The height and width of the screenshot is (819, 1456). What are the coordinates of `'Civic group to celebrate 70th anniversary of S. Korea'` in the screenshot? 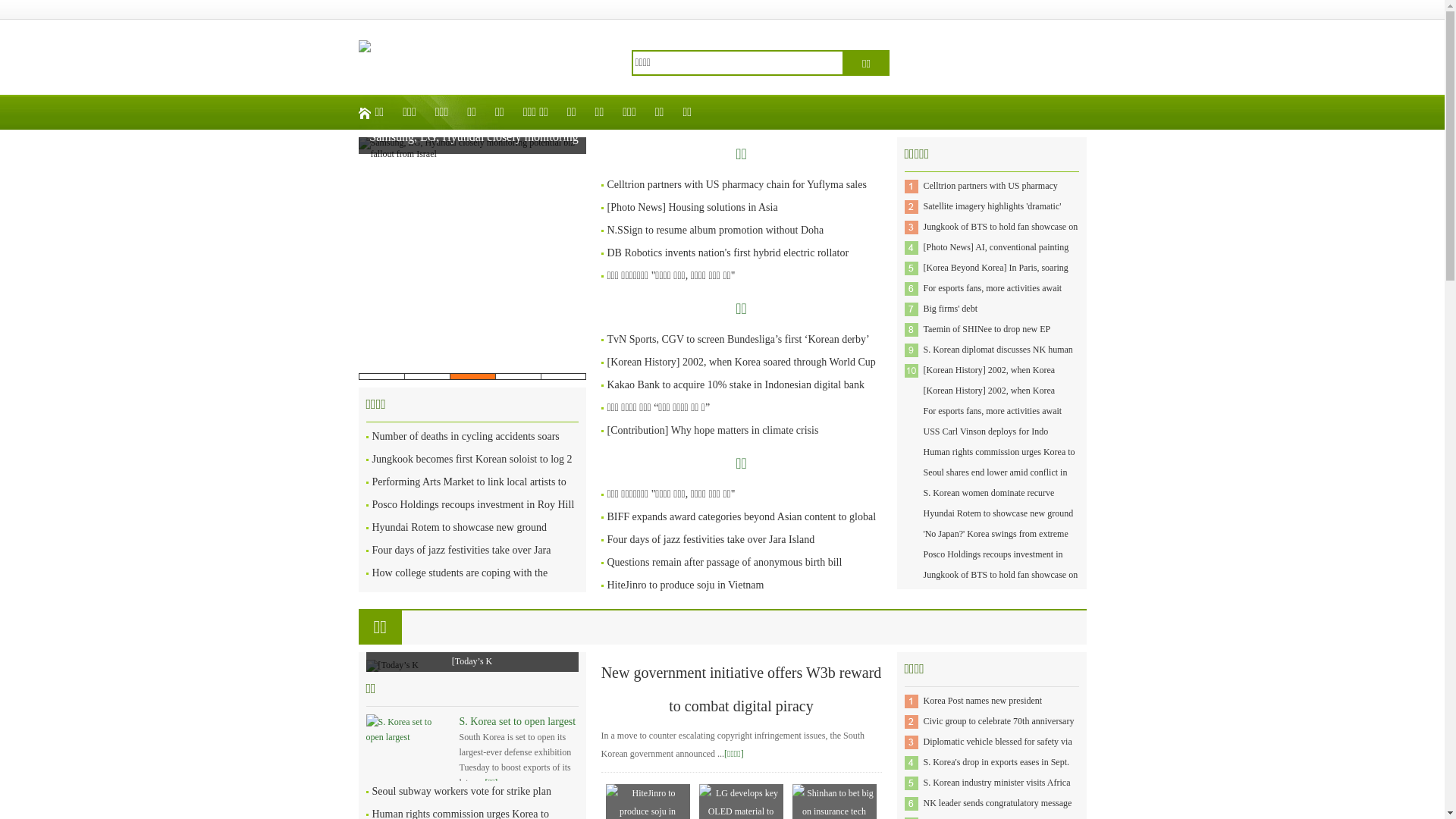 It's located at (999, 730).